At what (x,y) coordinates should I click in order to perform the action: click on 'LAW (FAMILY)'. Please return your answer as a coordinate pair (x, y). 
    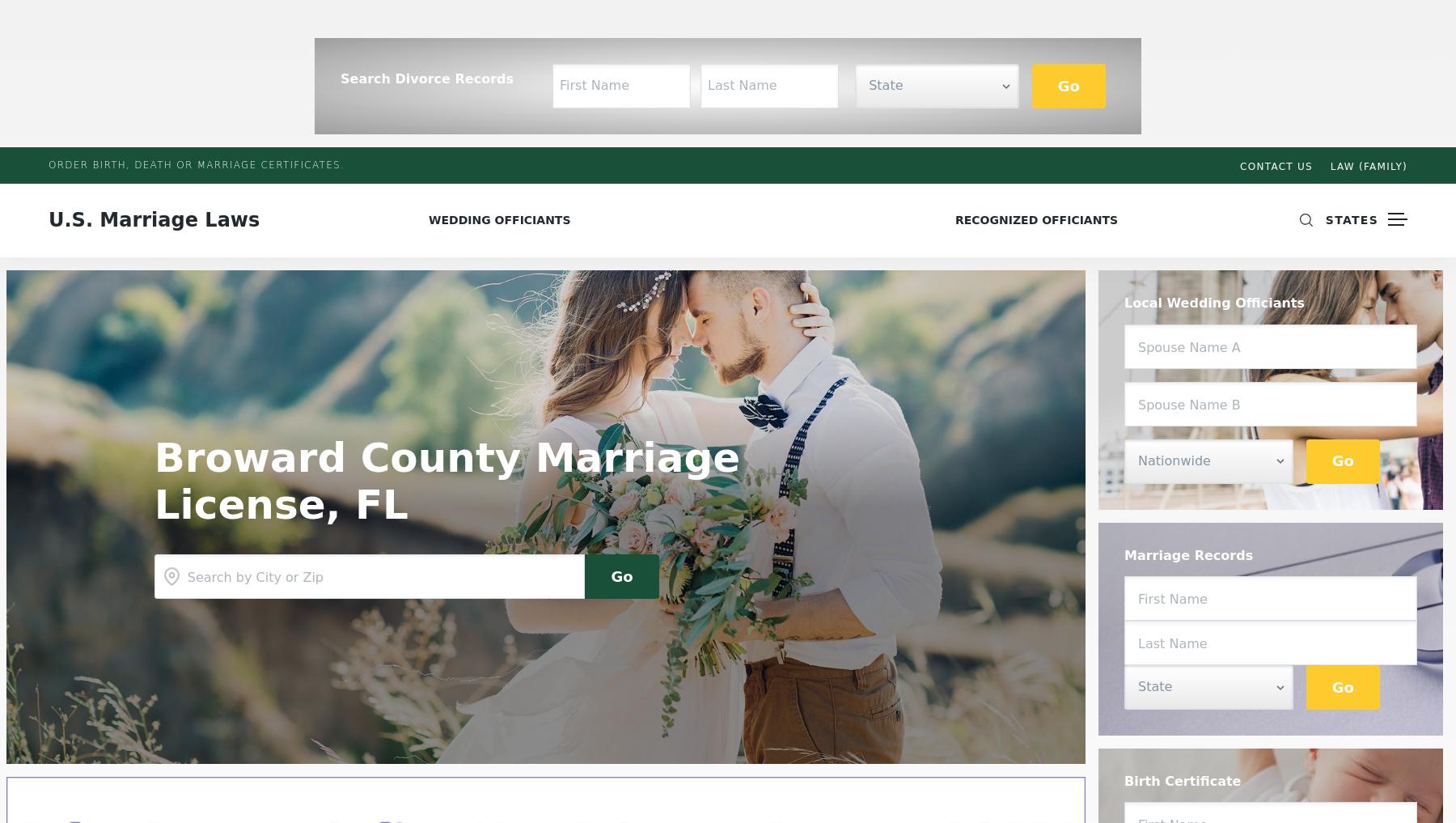
    Looking at the image, I should click on (1369, 167).